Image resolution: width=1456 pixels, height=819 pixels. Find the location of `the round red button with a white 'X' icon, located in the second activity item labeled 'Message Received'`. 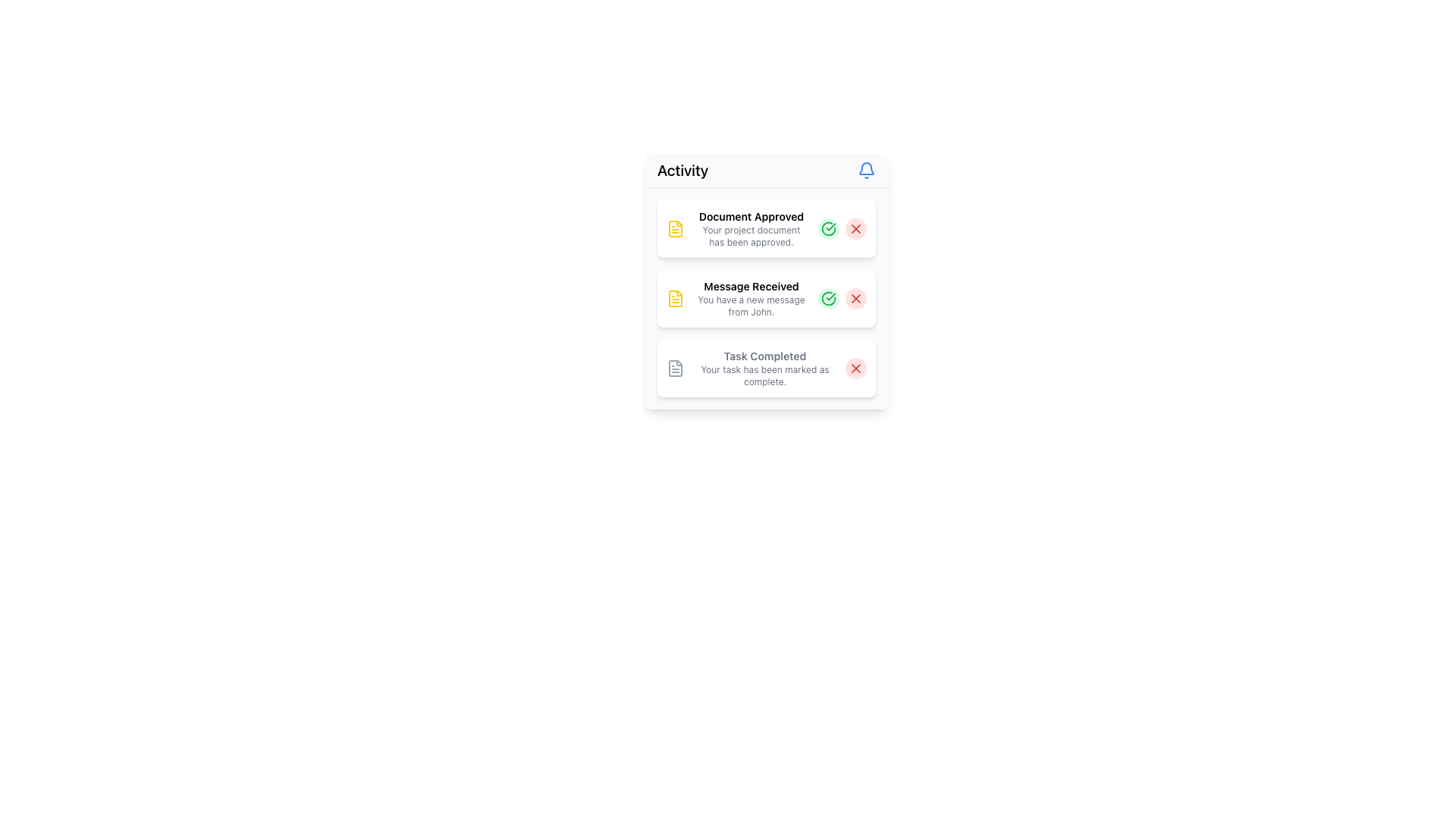

the round red button with a white 'X' icon, located in the second activity item labeled 'Message Received' is located at coordinates (855, 298).